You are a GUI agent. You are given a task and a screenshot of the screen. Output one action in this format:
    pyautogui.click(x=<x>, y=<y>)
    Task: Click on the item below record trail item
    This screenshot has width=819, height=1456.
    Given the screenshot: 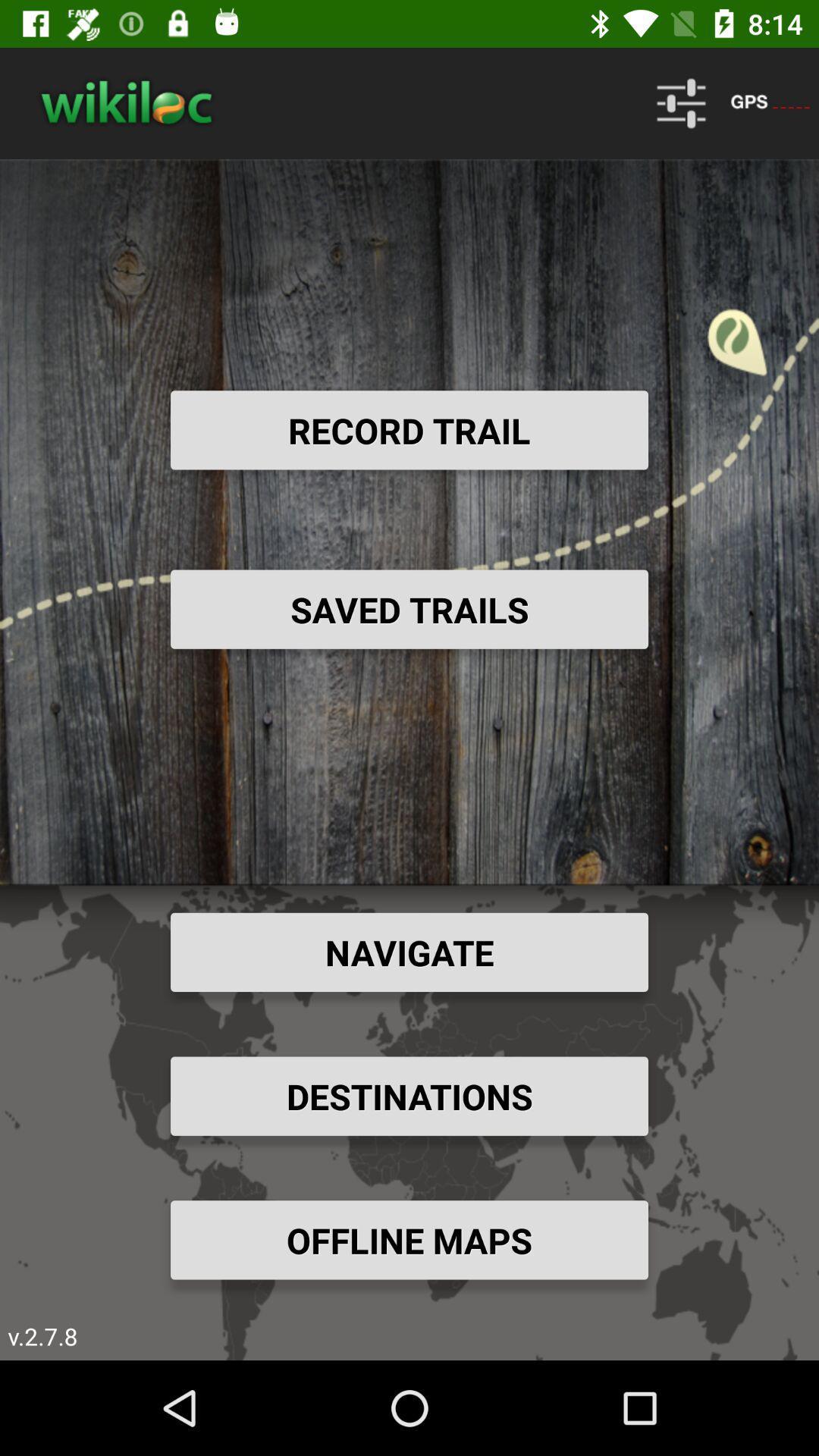 What is the action you would take?
    pyautogui.click(x=409, y=609)
    